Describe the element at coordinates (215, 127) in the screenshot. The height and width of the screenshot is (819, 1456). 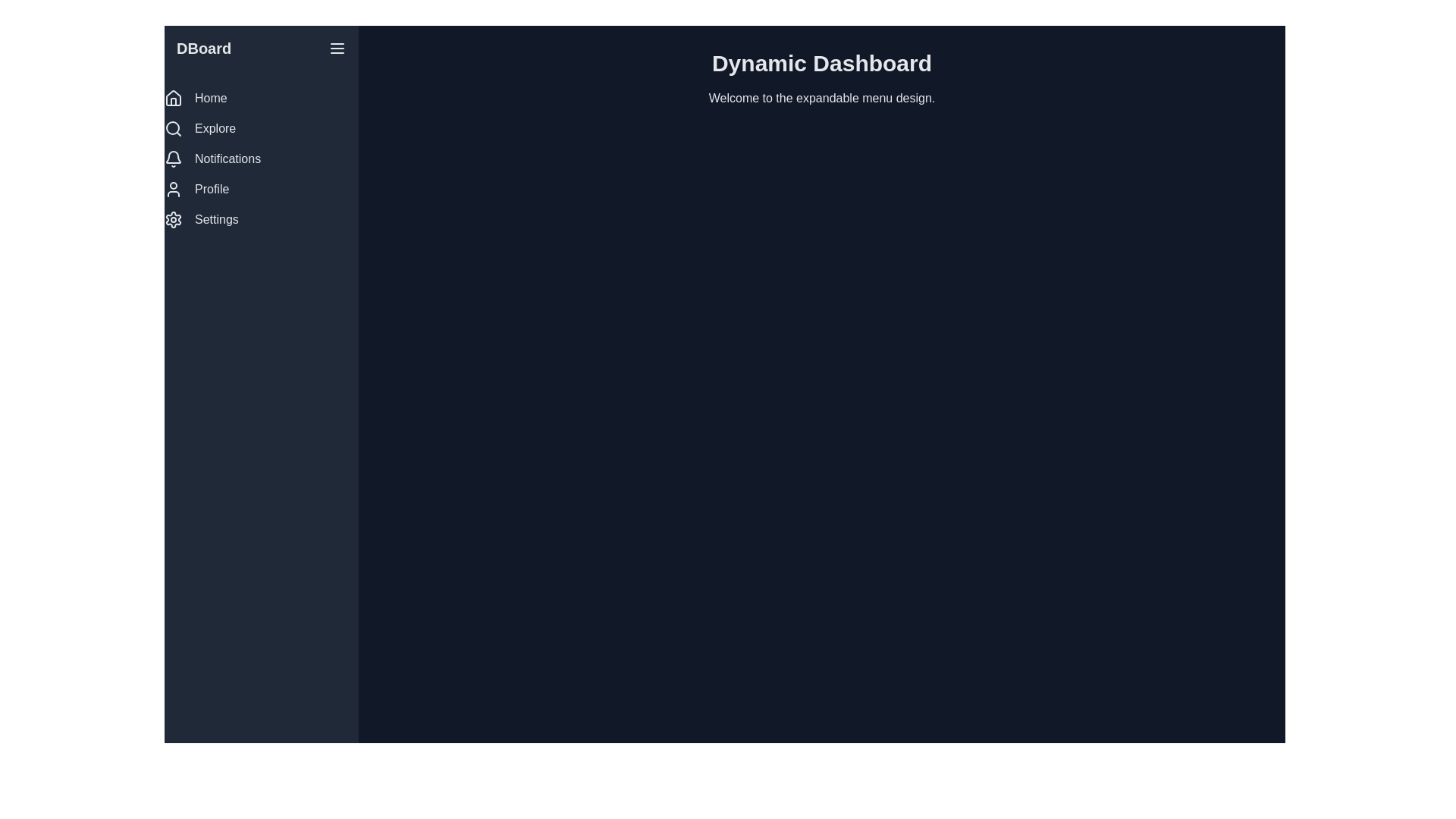
I see `the 'Explore' text label located in the vertical navigation menu, which is the second item from the top and situated to the right of the magnifying glass icon` at that location.